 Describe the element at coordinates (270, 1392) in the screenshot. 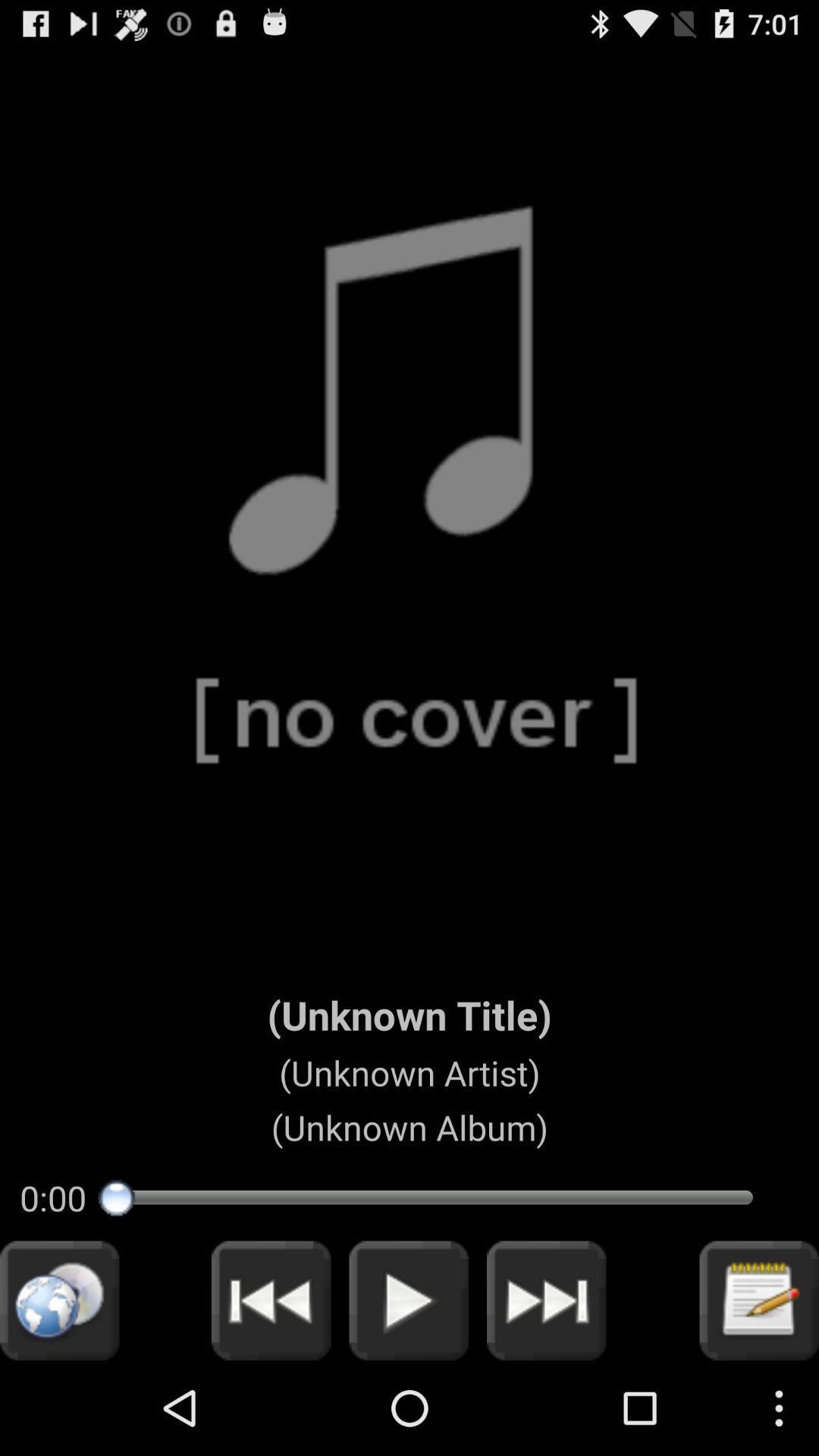

I see `the av_rewind icon` at that location.